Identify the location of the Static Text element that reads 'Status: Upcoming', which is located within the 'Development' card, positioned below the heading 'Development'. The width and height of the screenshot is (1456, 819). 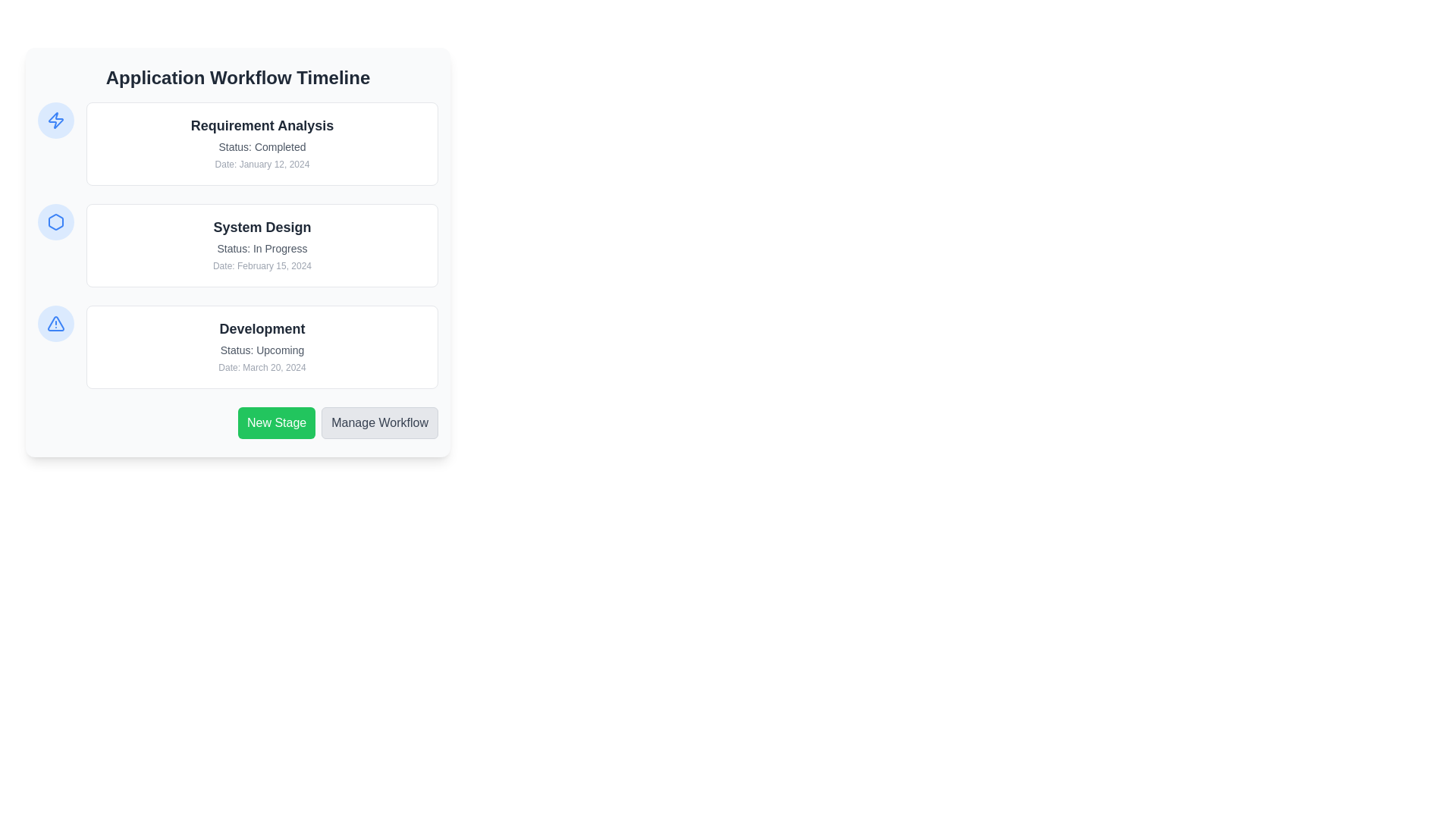
(262, 350).